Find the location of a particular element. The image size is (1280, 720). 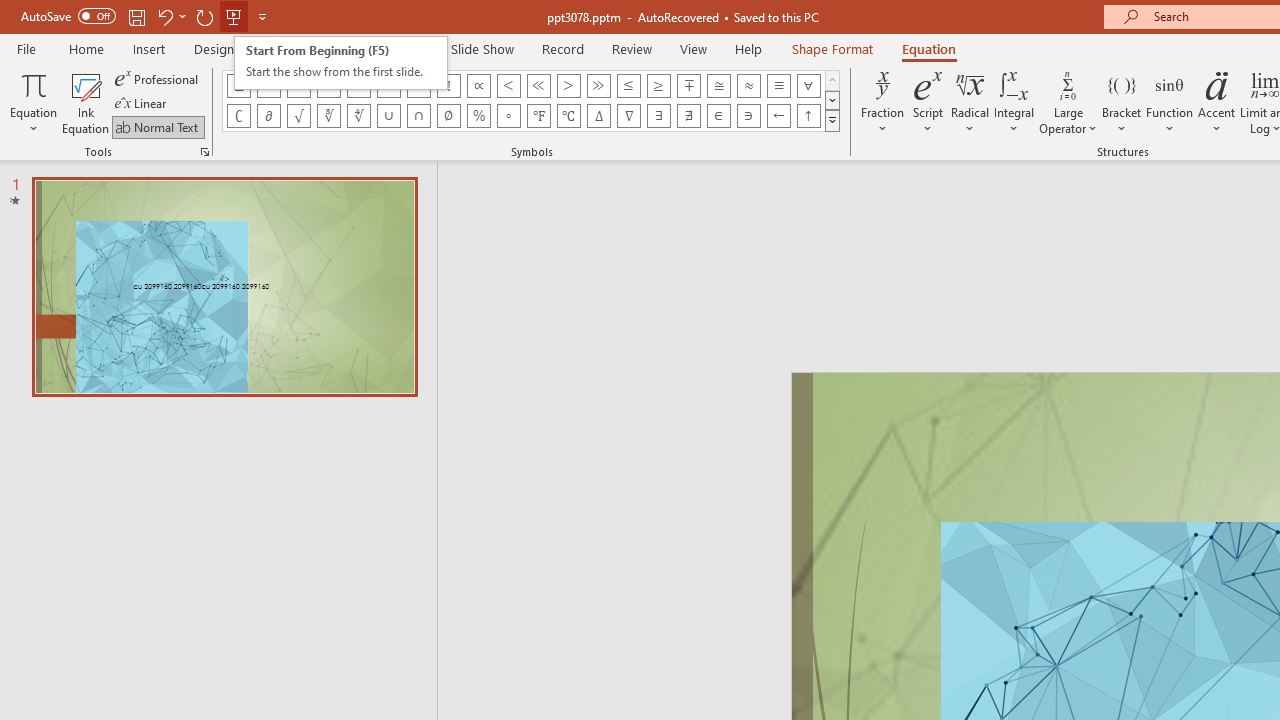

'Equation Symbol Approximately Equal To' is located at coordinates (718, 85).